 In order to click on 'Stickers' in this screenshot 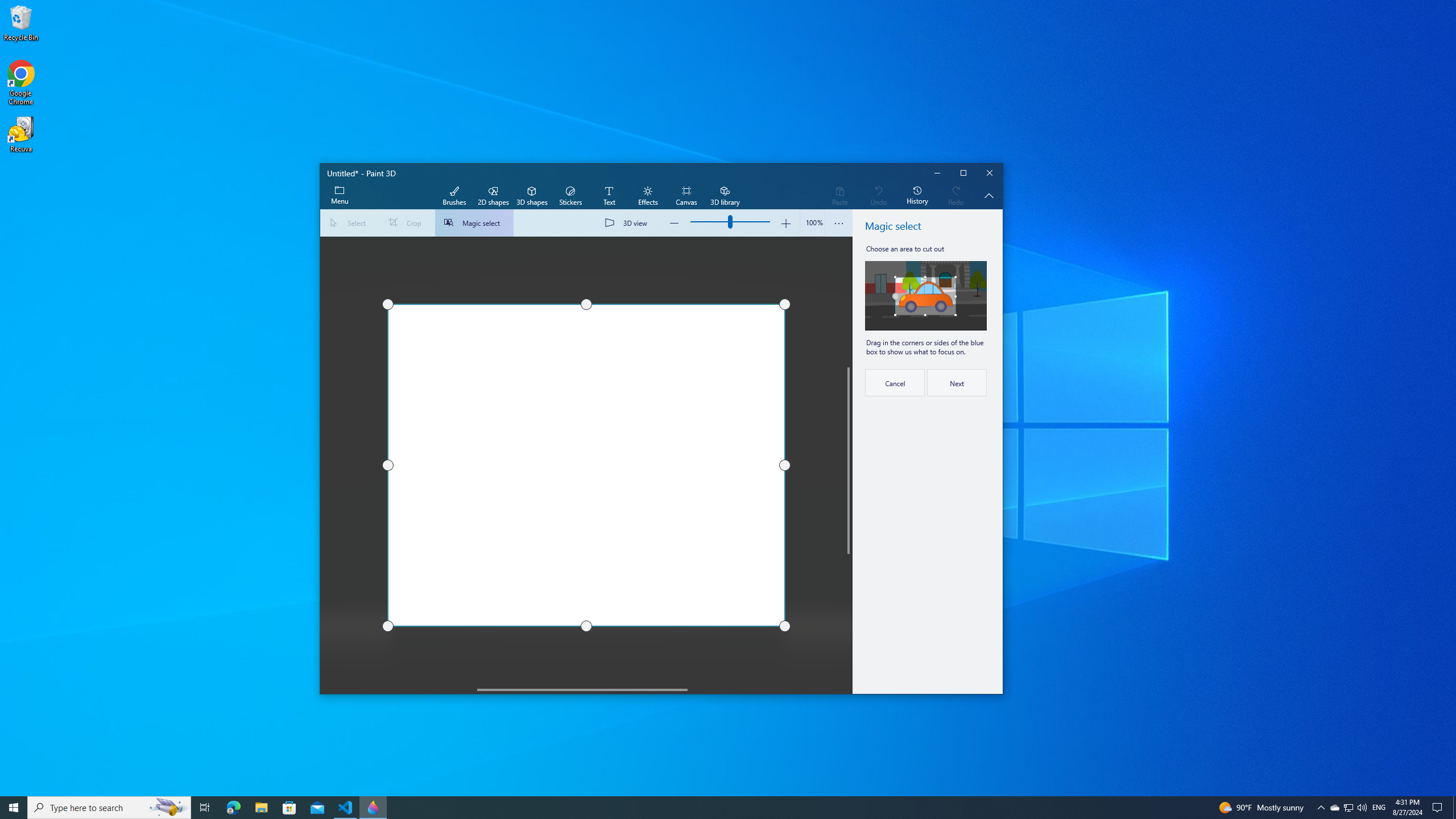, I will do `click(570, 196)`.